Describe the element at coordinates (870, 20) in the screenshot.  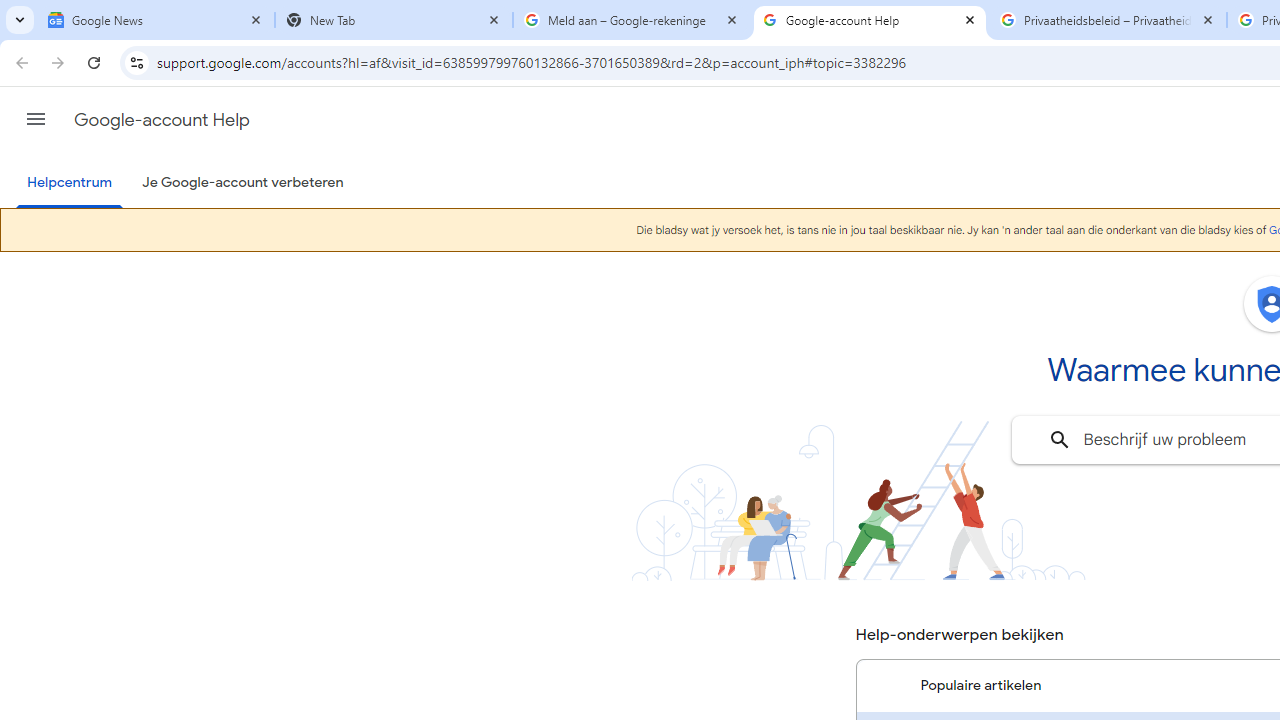
I see `'Google-account Help'` at that location.